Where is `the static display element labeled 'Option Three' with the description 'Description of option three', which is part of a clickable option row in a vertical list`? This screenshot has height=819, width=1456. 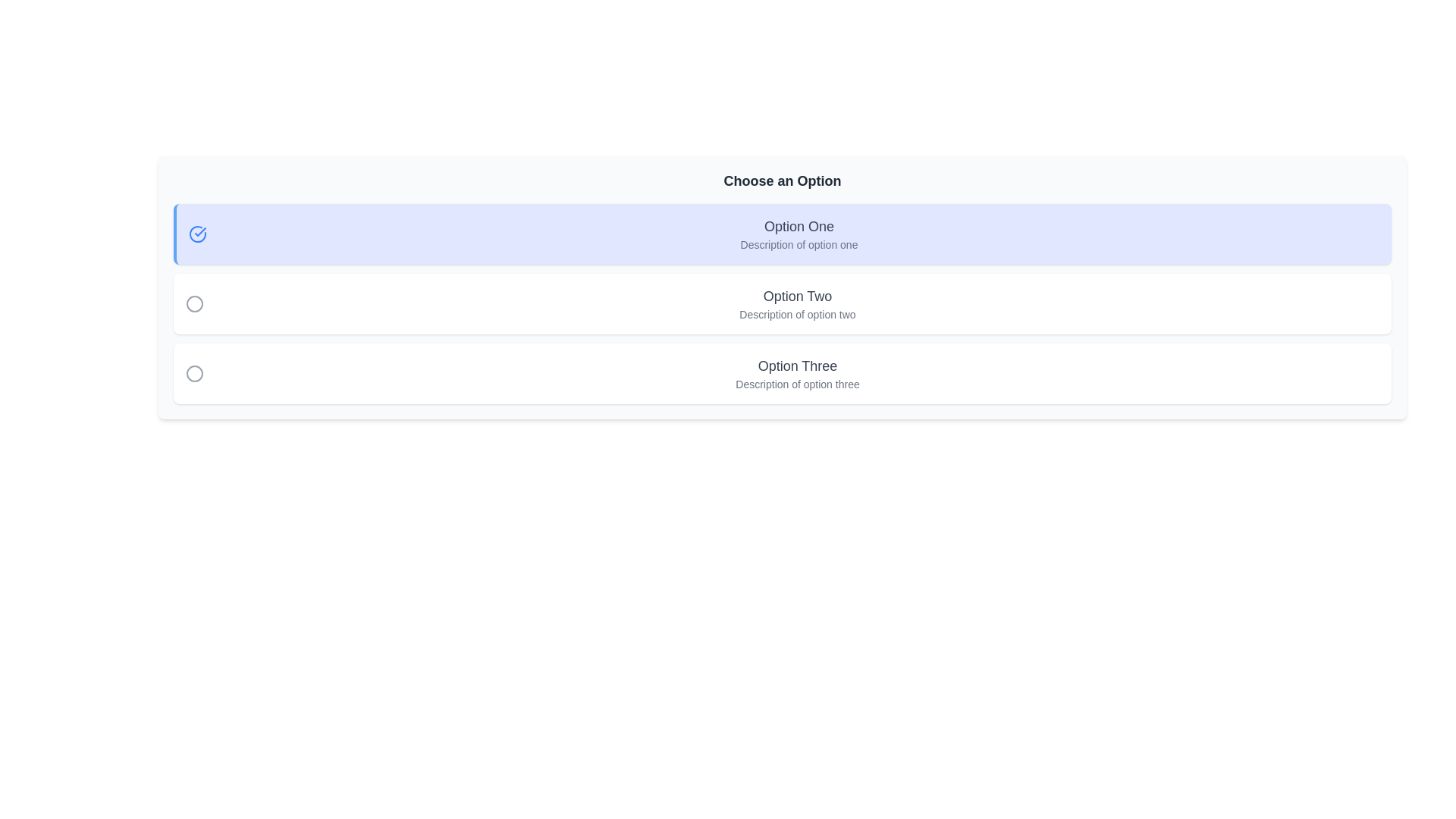
the static display element labeled 'Option Three' with the description 'Description of option three', which is part of a clickable option row in a vertical list is located at coordinates (796, 374).